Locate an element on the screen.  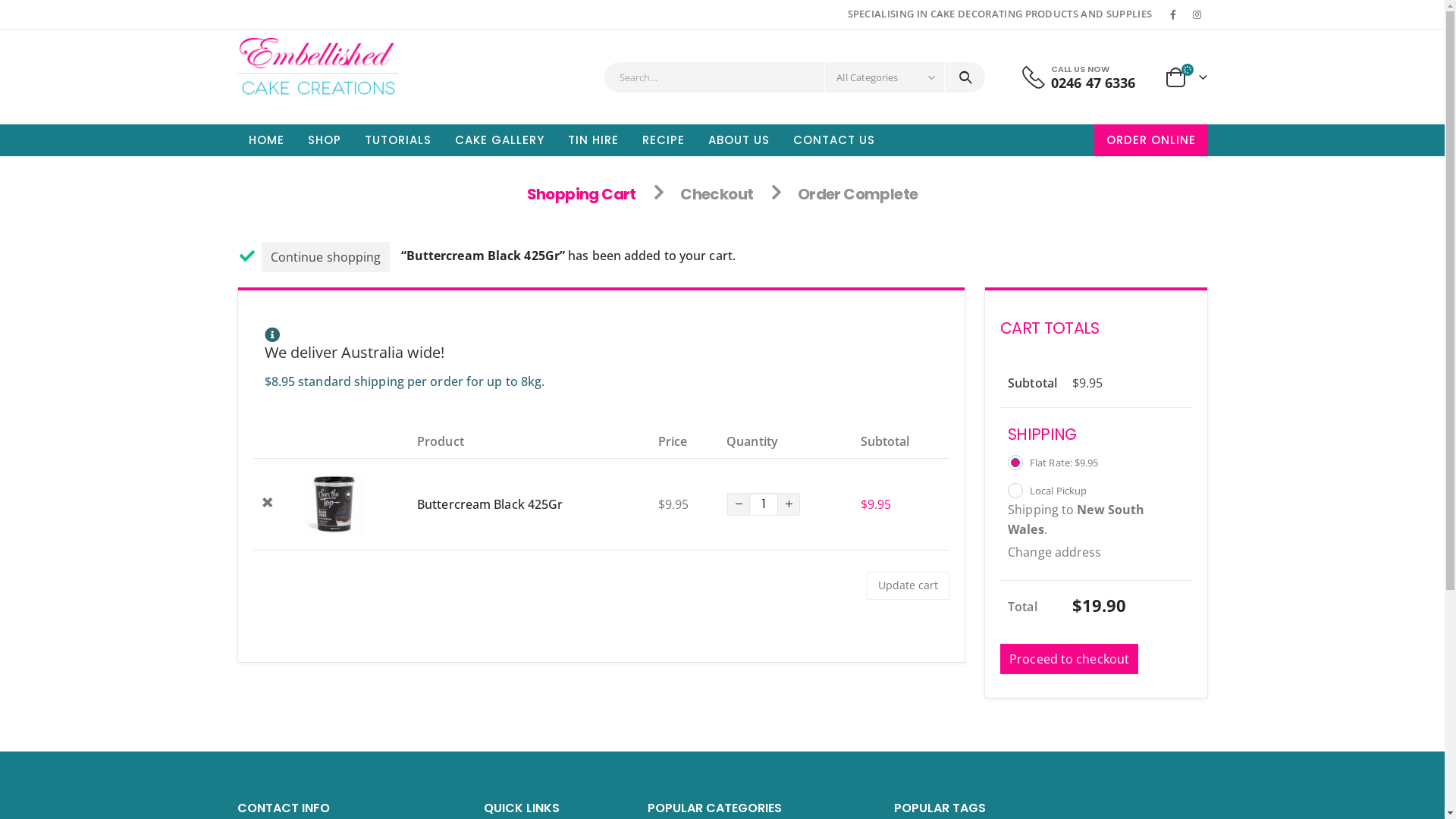
'Proceed to checkout' is located at coordinates (1068, 657).